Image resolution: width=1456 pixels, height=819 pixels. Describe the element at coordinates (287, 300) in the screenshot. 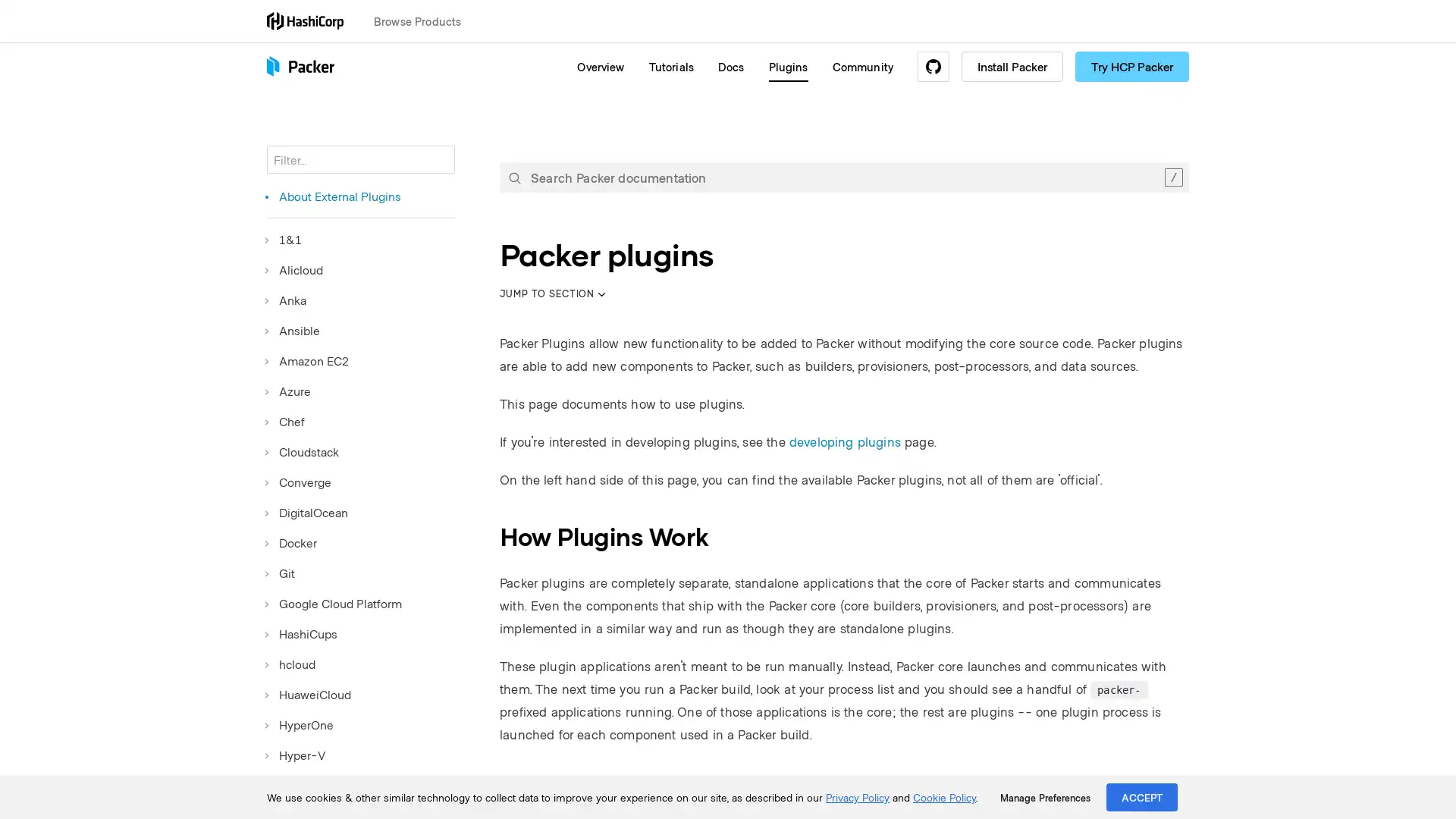

I see `Anka` at that location.